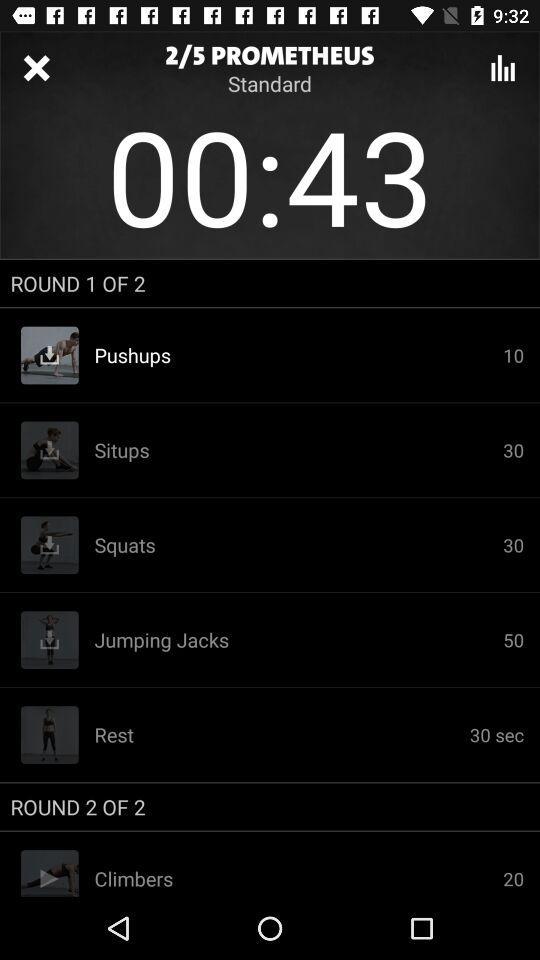  What do you see at coordinates (502, 68) in the screenshot?
I see `the icon above the 00:43 item` at bounding box center [502, 68].